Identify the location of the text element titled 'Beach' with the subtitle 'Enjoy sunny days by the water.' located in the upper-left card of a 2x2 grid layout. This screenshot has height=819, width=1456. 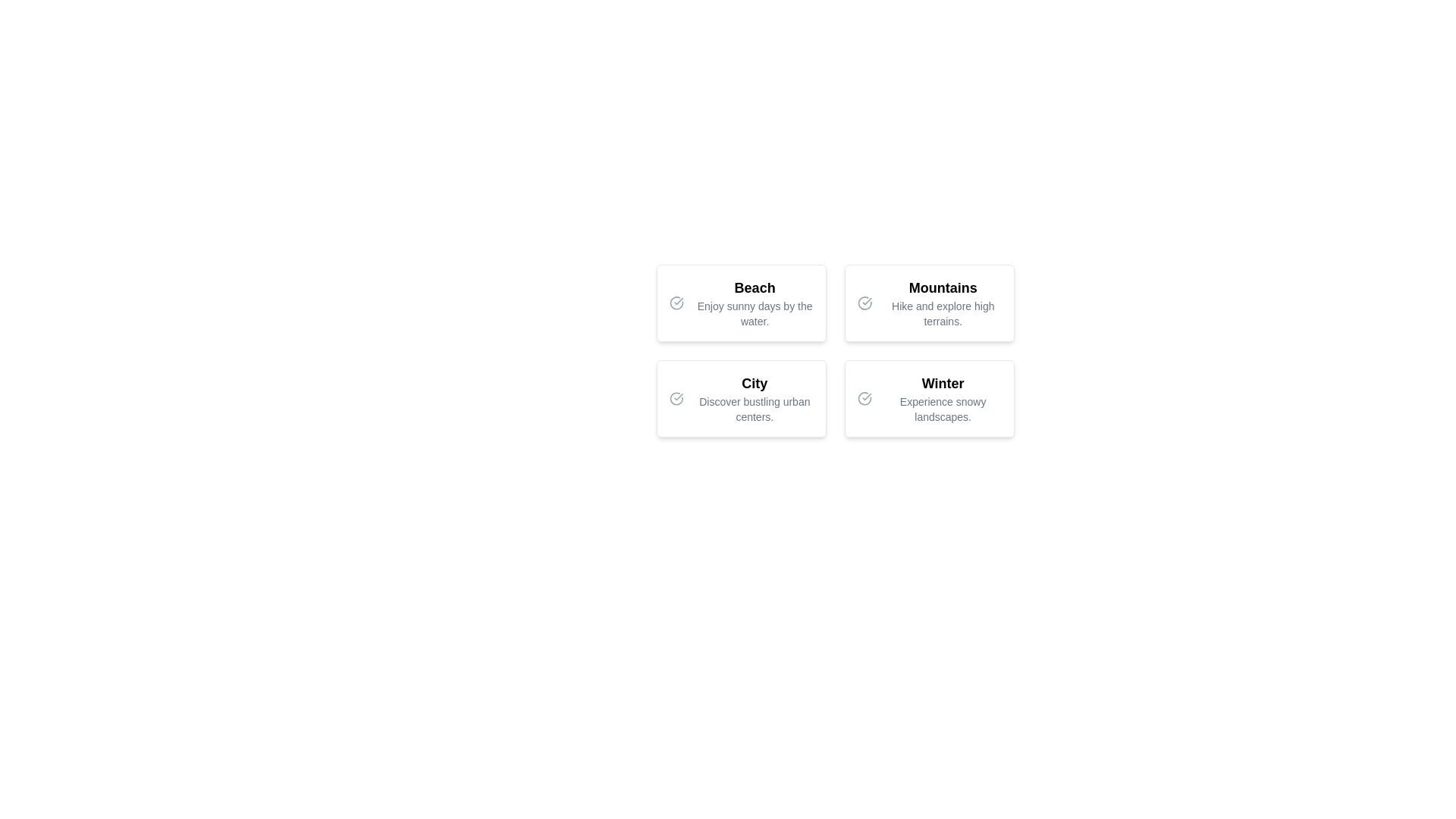
(755, 303).